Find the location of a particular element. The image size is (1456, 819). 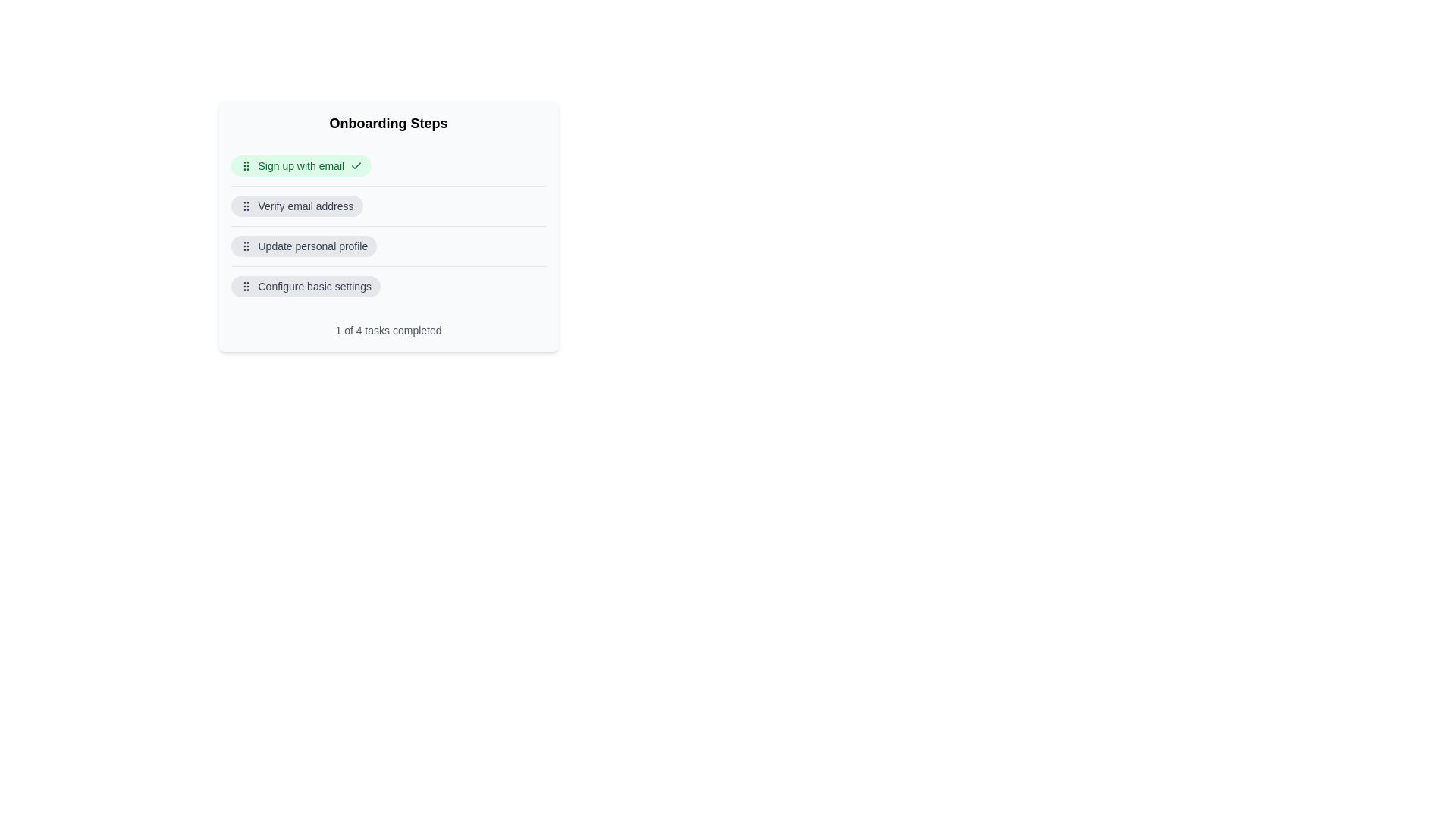

to interact with the onboarding task labeled 'Verify email address', which is the second item in the list of onboarding steps is located at coordinates (388, 206).